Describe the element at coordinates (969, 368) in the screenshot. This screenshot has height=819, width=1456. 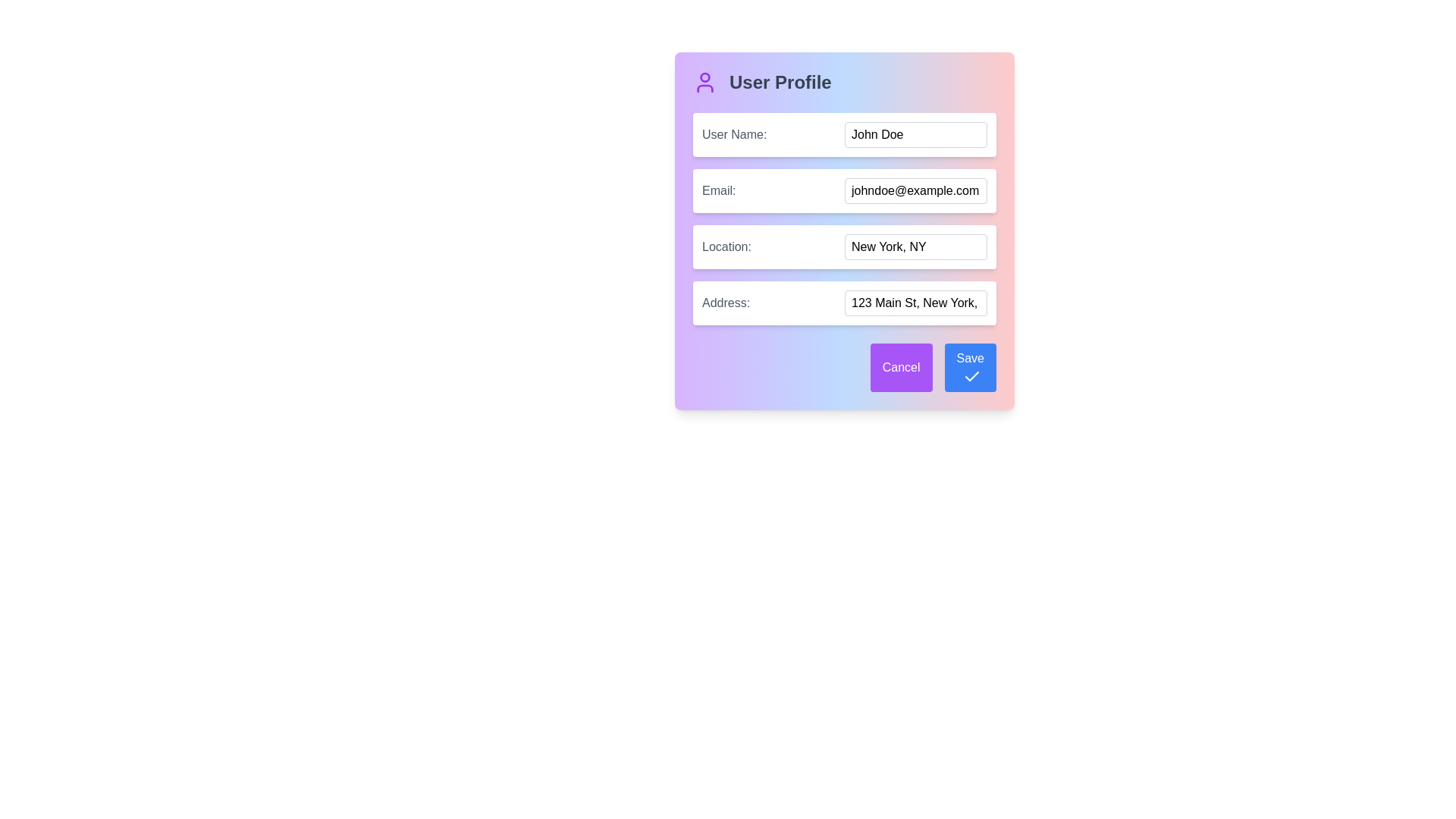
I see `the save button located at the bottom-right corner of the form` at that location.